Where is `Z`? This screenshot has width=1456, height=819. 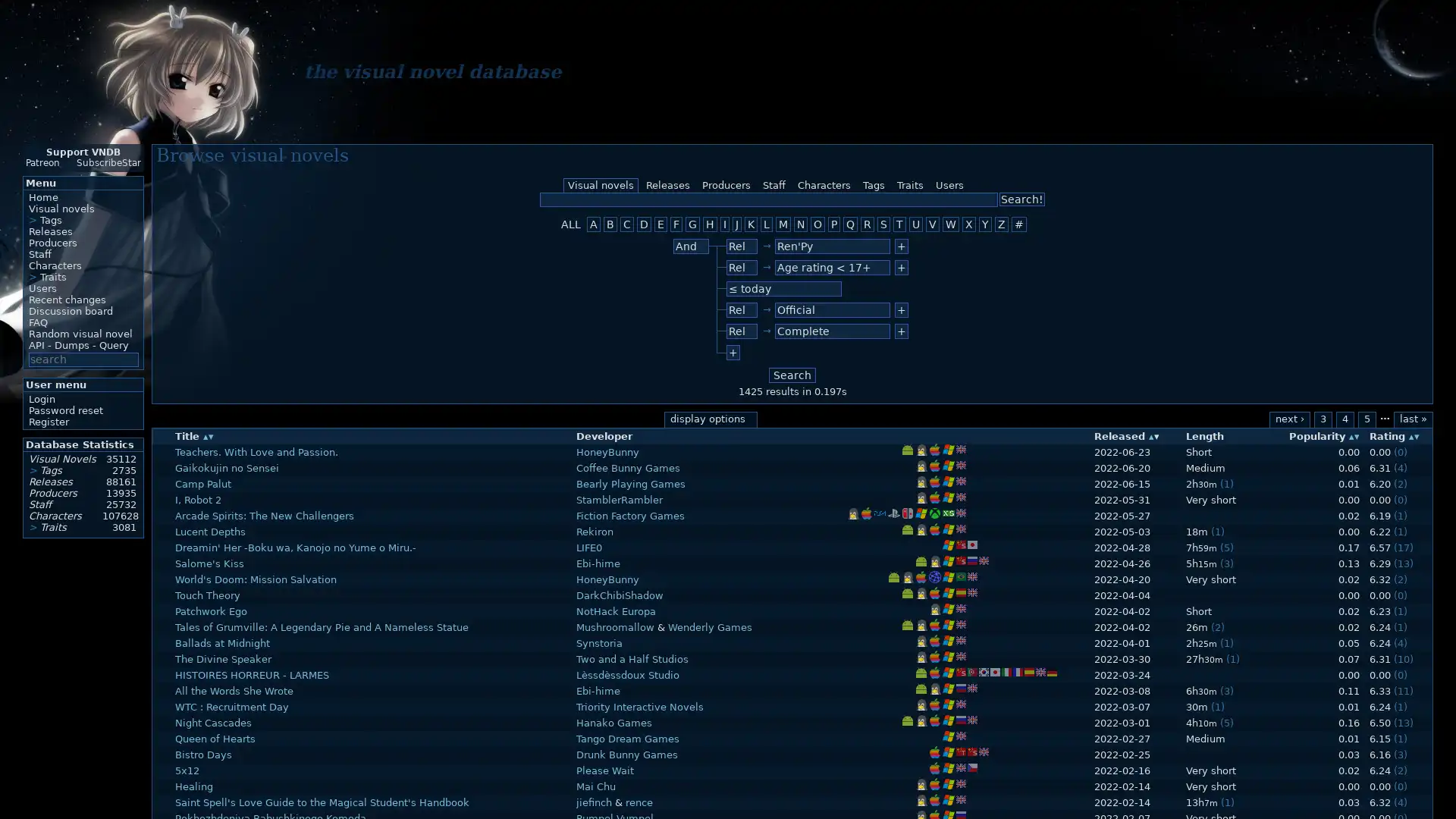
Z is located at coordinates (1001, 224).